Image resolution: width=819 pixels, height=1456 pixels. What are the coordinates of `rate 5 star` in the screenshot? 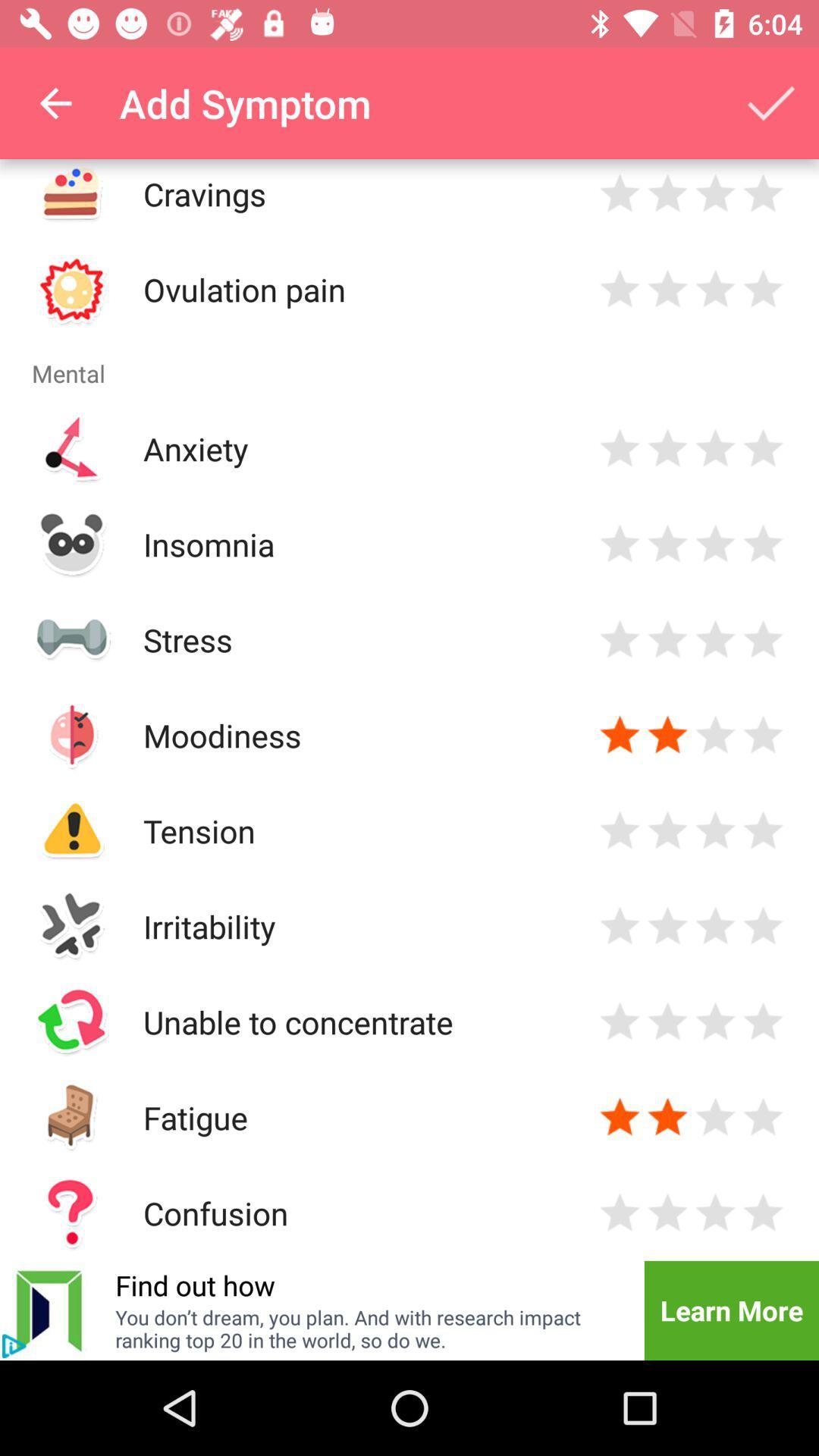 It's located at (763, 830).